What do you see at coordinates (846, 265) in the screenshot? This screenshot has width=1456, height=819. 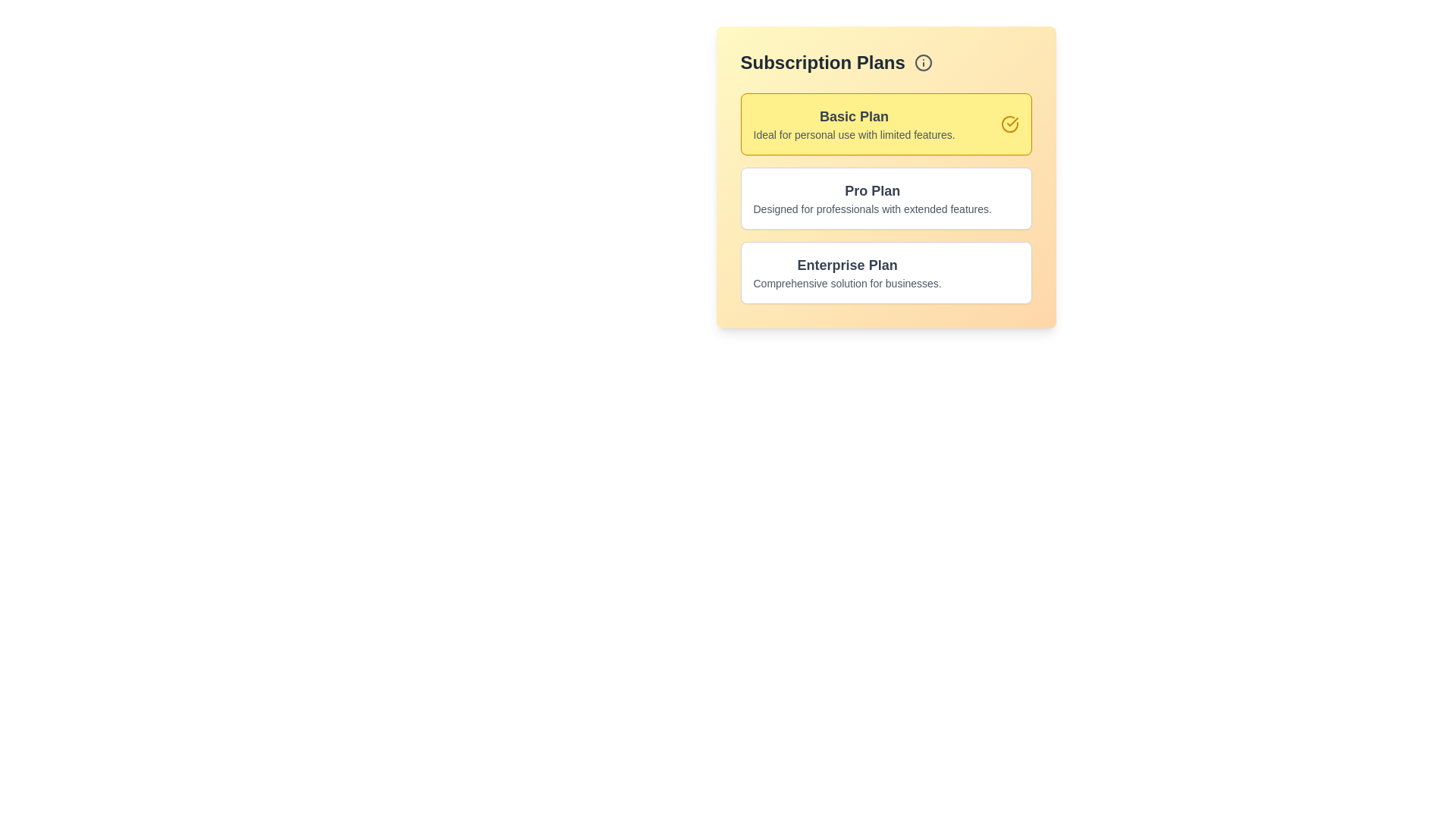 I see `the 'Enterprise Plan' text label, which is located in the third box of vertically stacked subscription plans, positioned below the 'Pro Plan' and above a descriptive text` at bounding box center [846, 265].